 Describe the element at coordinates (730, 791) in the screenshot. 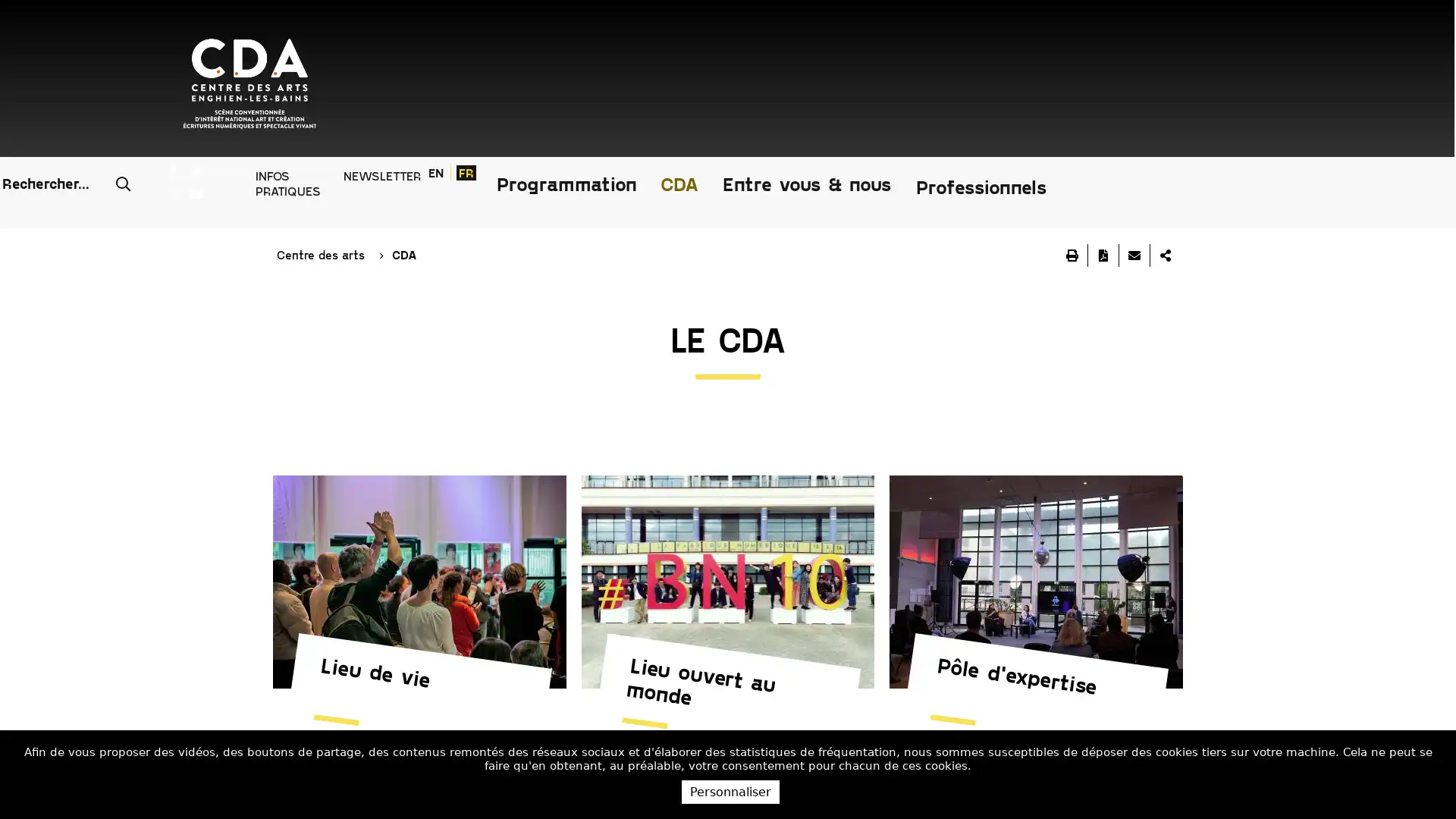

I see `Personnaliser` at that location.